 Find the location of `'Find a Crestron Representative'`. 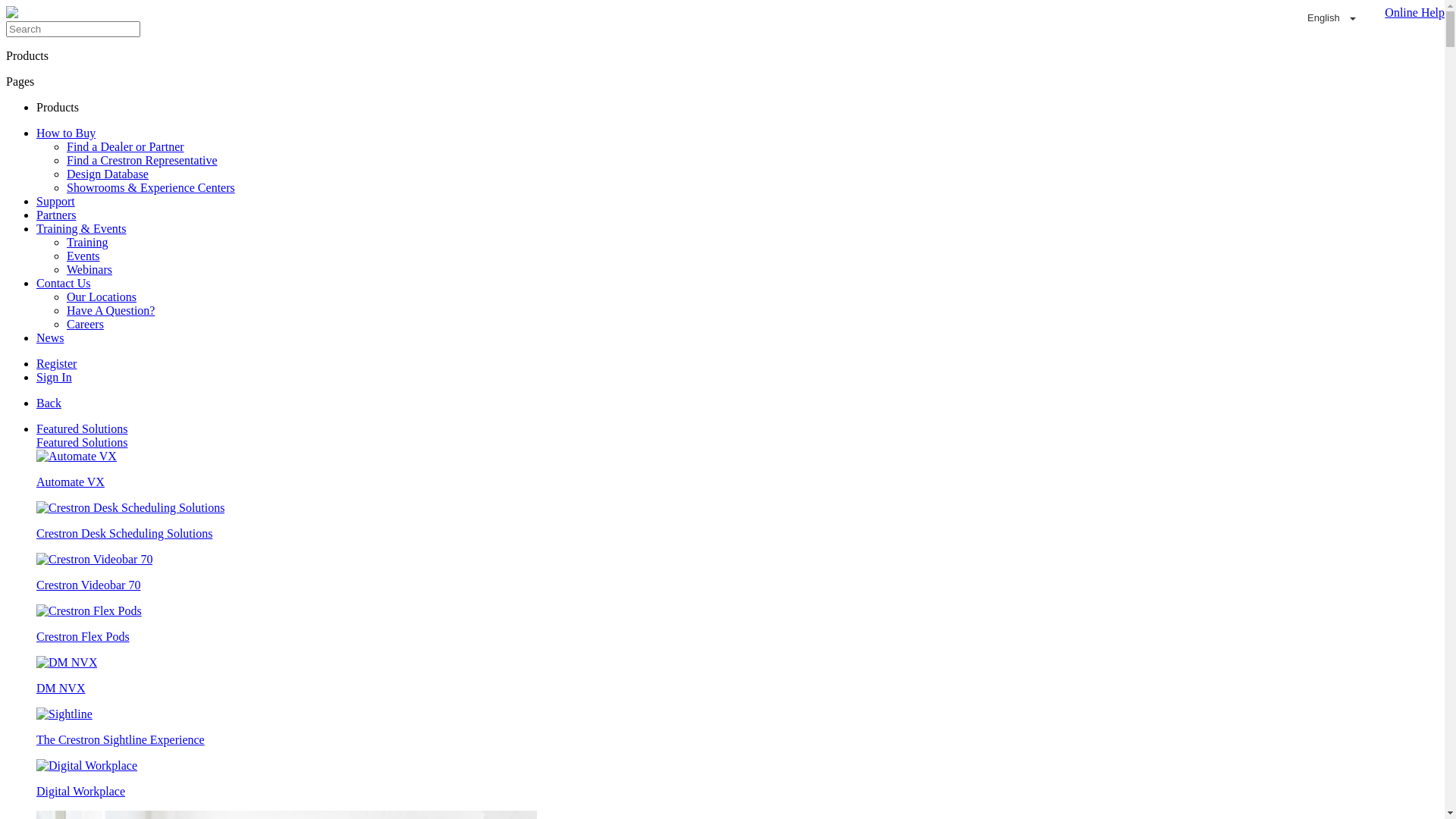

'Find a Crestron Representative' is located at coordinates (142, 160).